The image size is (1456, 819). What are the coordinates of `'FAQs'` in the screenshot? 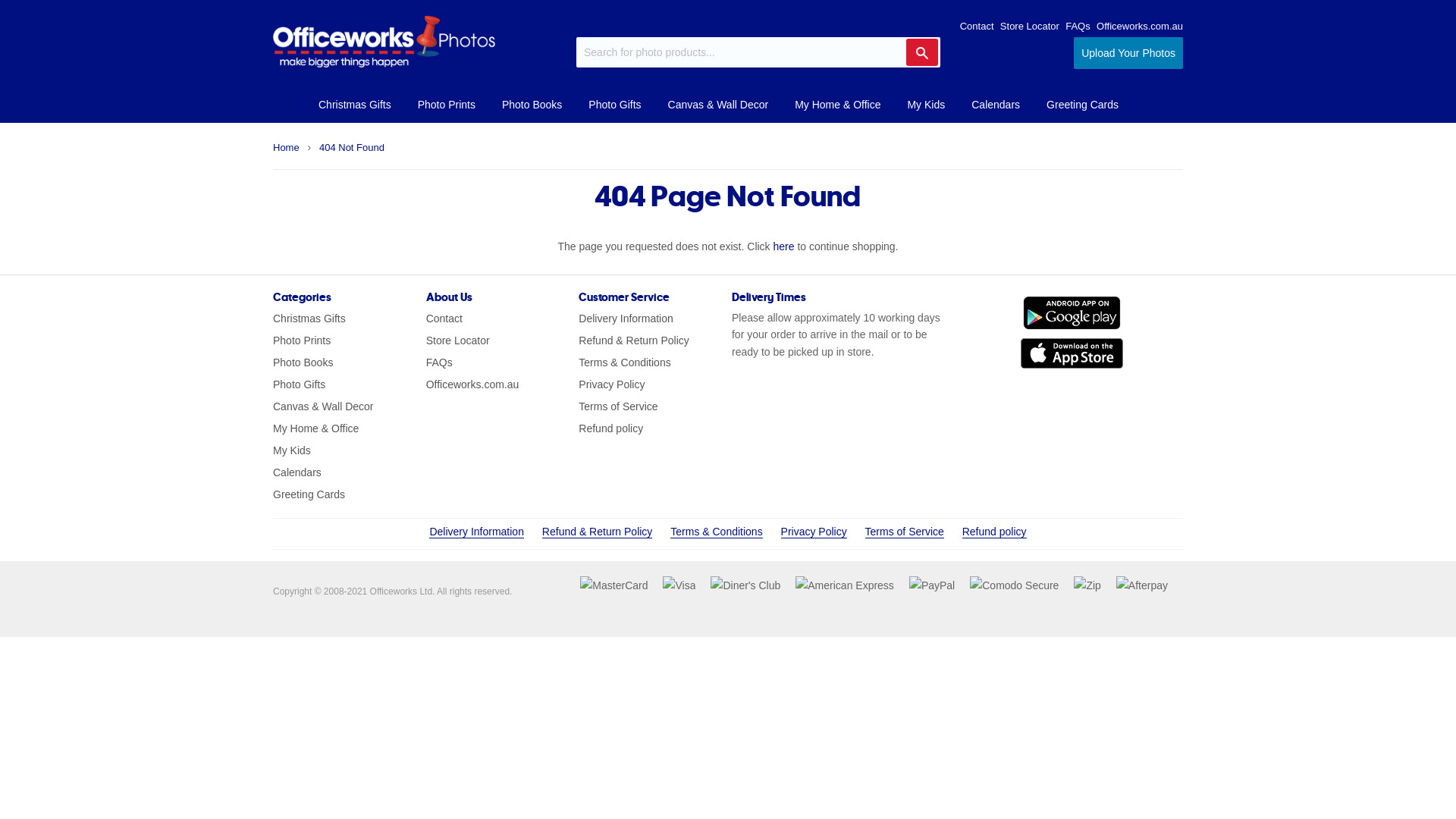 It's located at (1077, 26).